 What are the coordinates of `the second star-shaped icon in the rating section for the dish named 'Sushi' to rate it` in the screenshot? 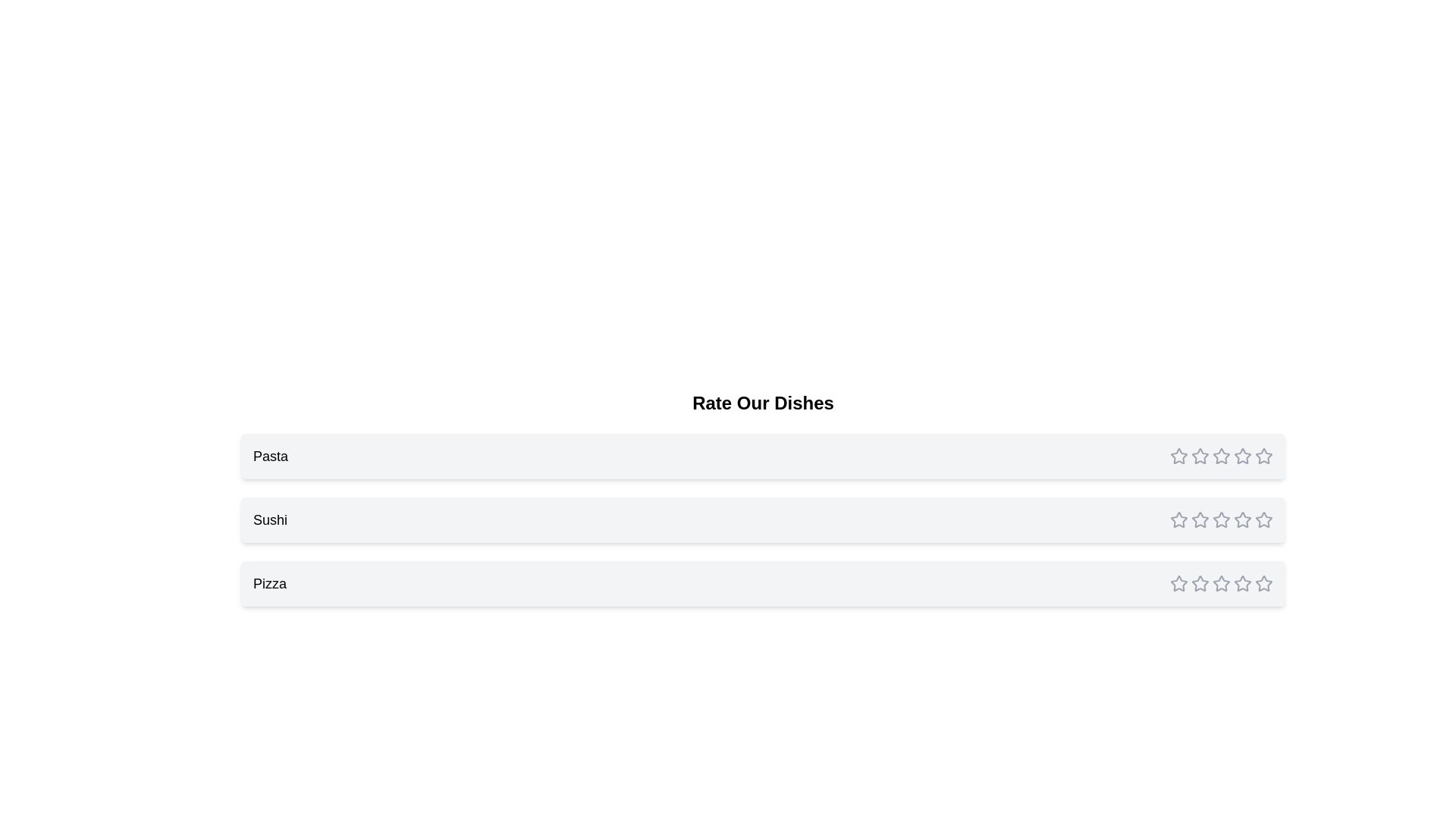 It's located at (1200, 519).